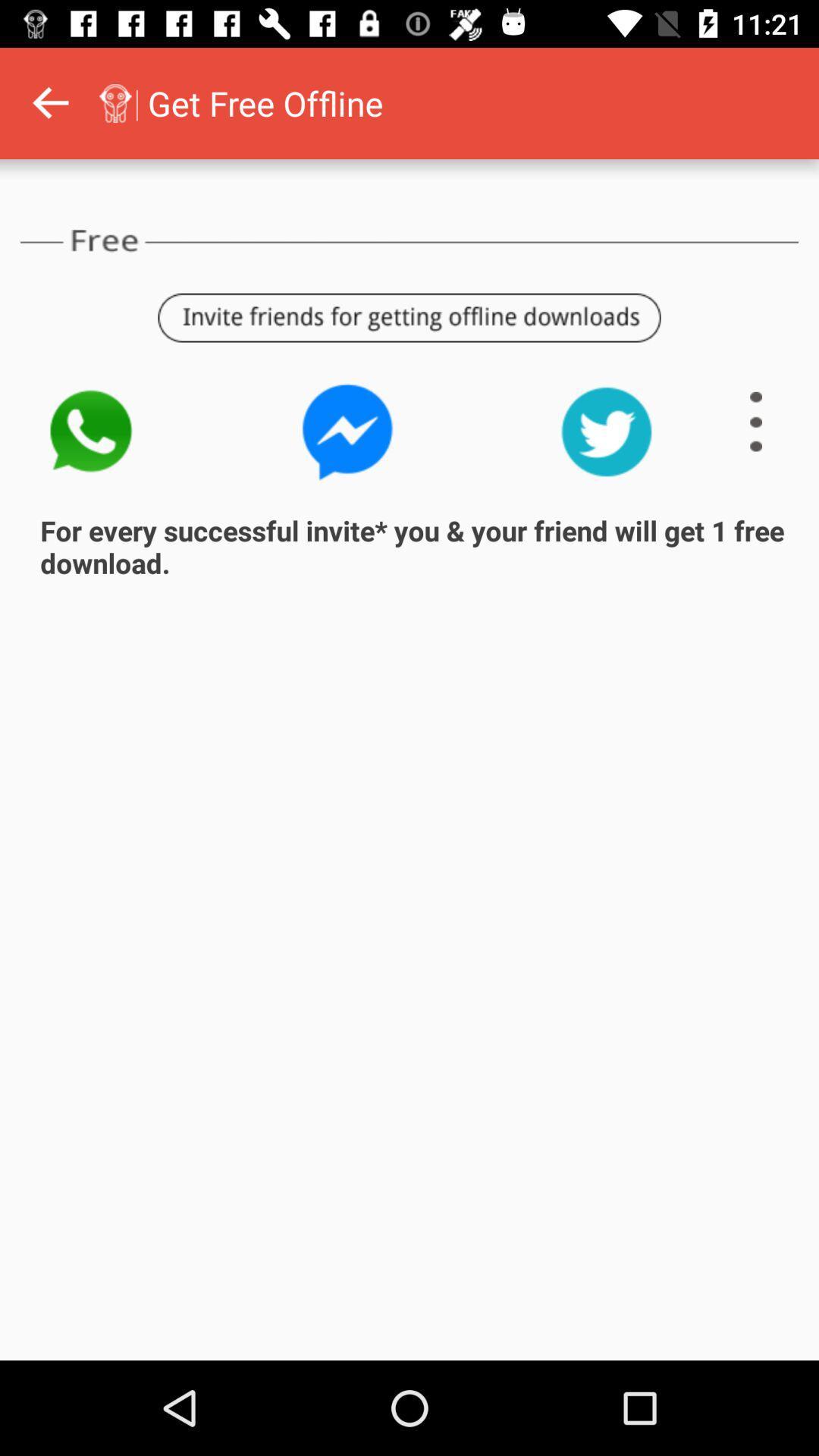  Describe the element at coordinates (756, 422) in the screenshot. I see `settings` at that location.